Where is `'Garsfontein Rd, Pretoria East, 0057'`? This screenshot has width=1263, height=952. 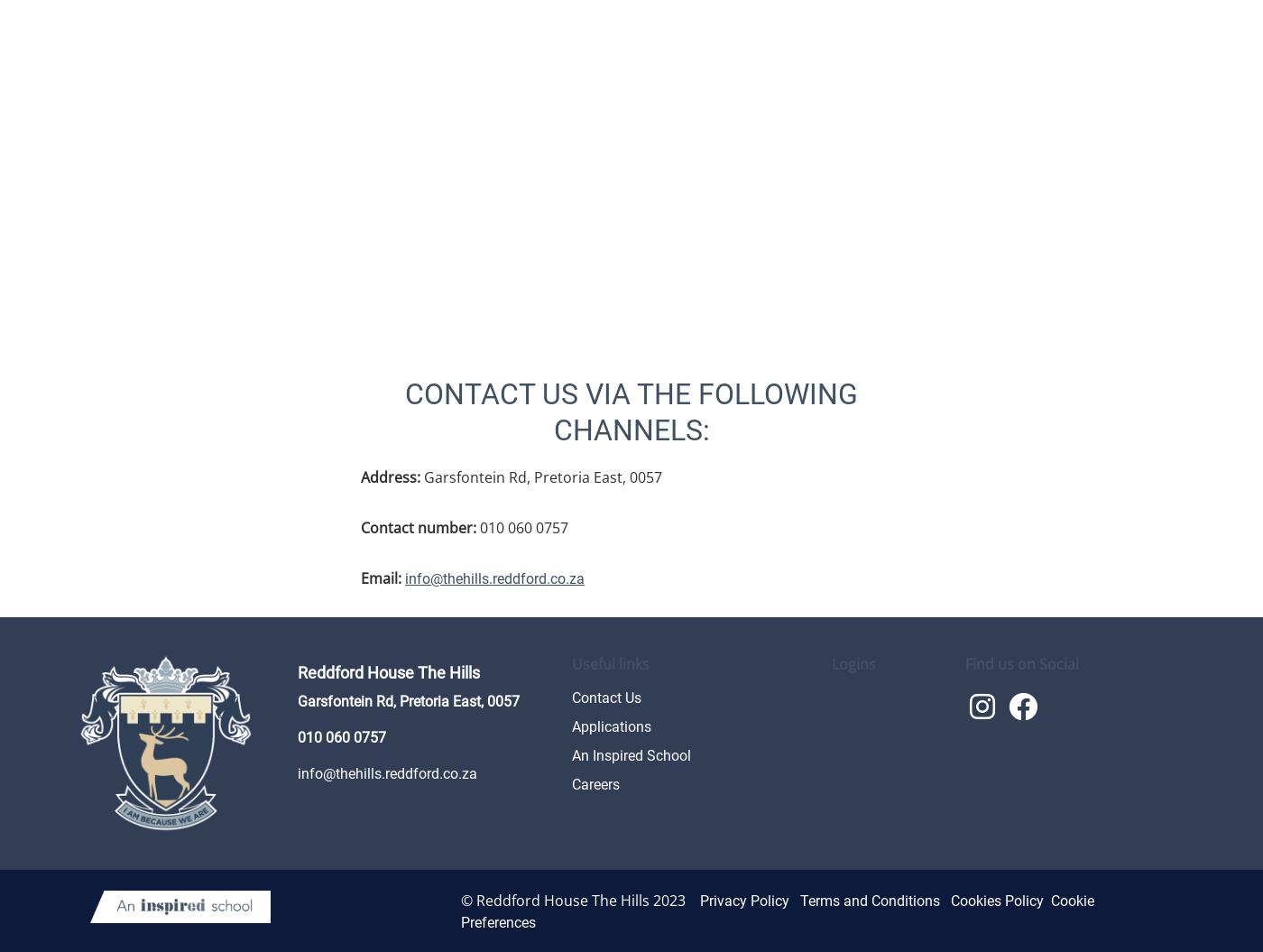 'Garsfontein Rd, Pretoria East, 0057' is located at coordinates (420, 476).